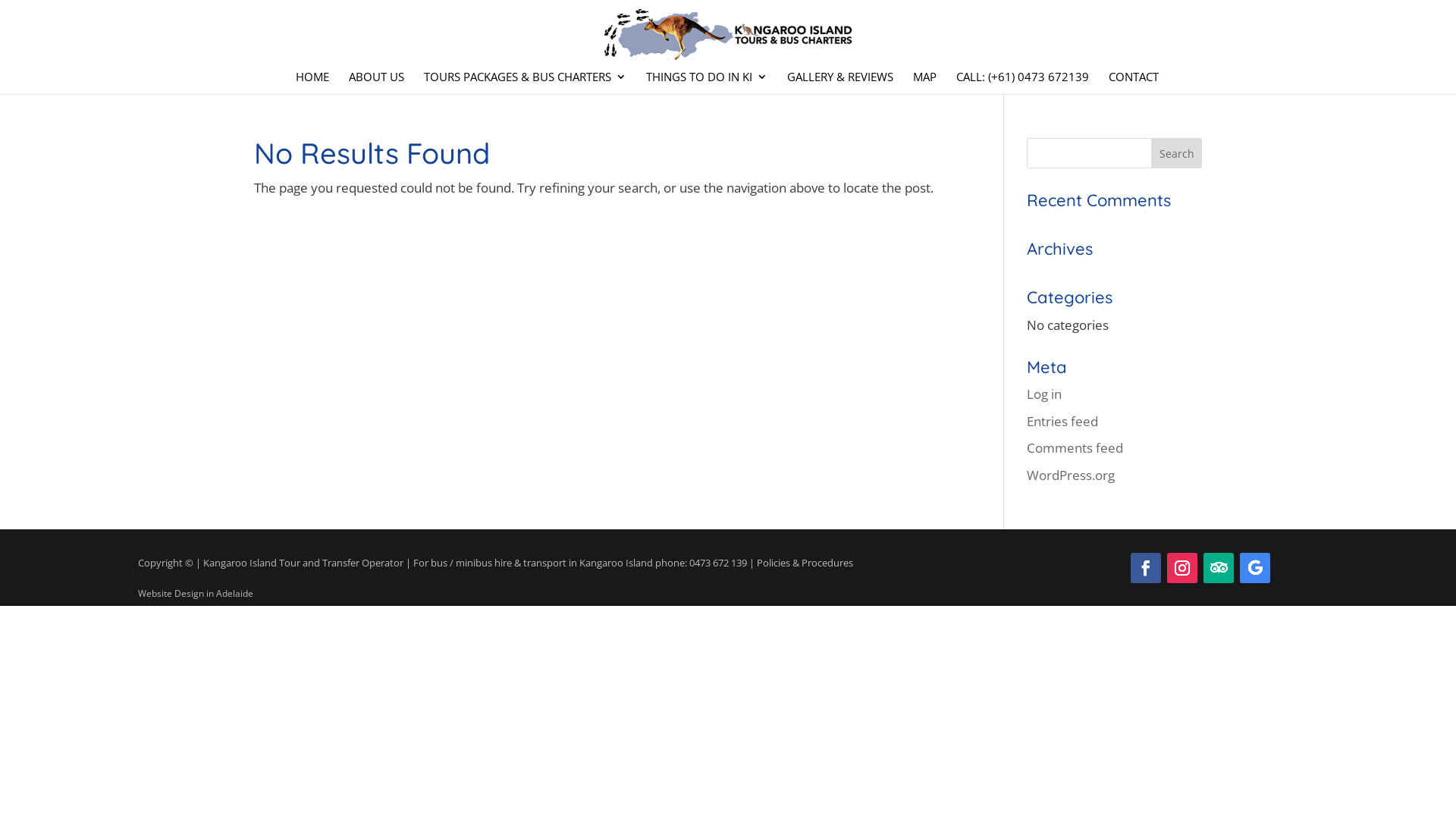 The image size is (1456, 819). I want to click on 'MAP', so click(924, 82).